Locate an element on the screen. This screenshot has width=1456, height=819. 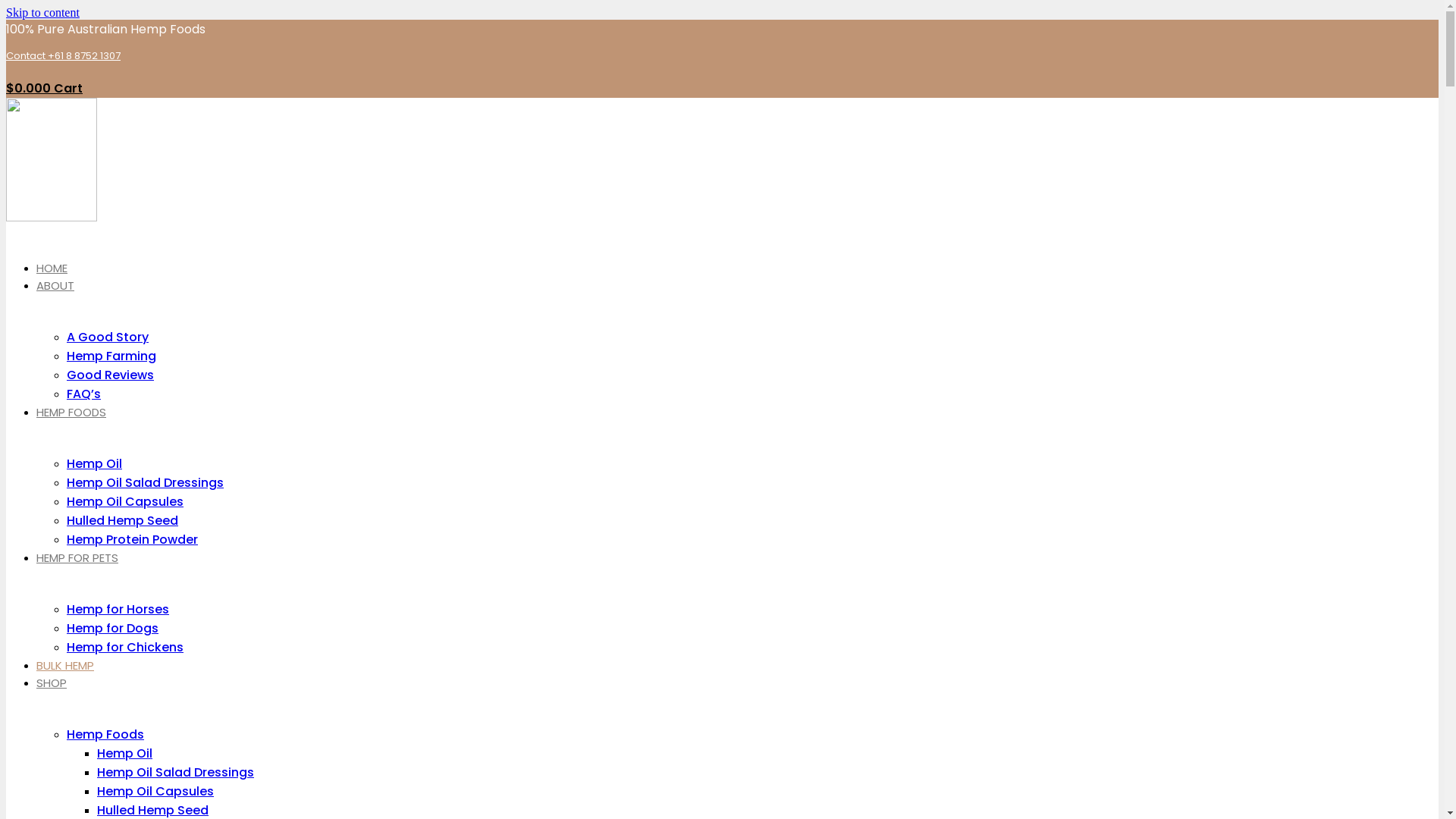
'Hemp for Dogs' is located at coordinates (111, 628).